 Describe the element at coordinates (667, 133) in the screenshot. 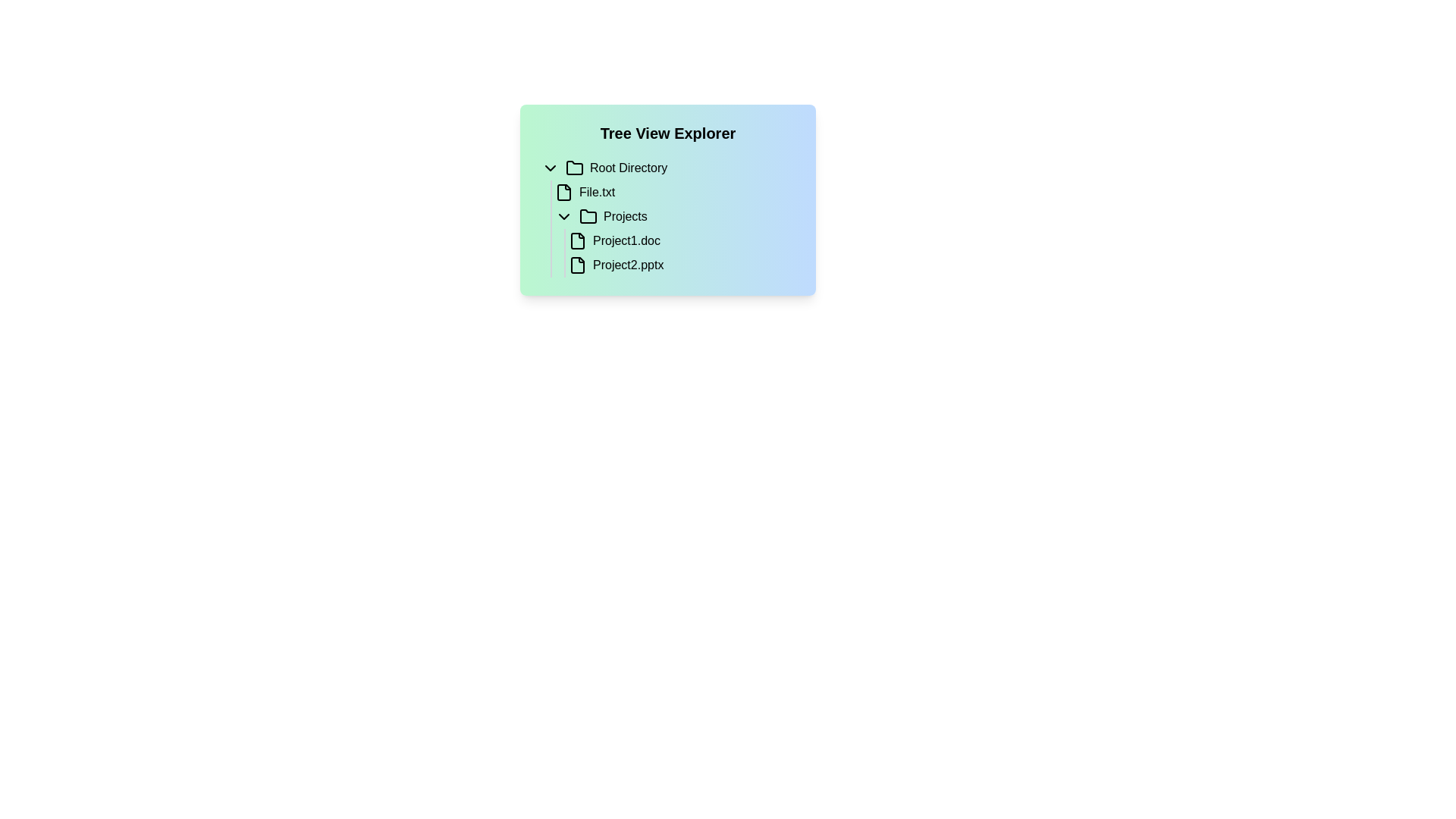

I see `the 'Tree View Explorer' text heading, which is a prominently styled bold, large, black text at the top of the panel` at that location.